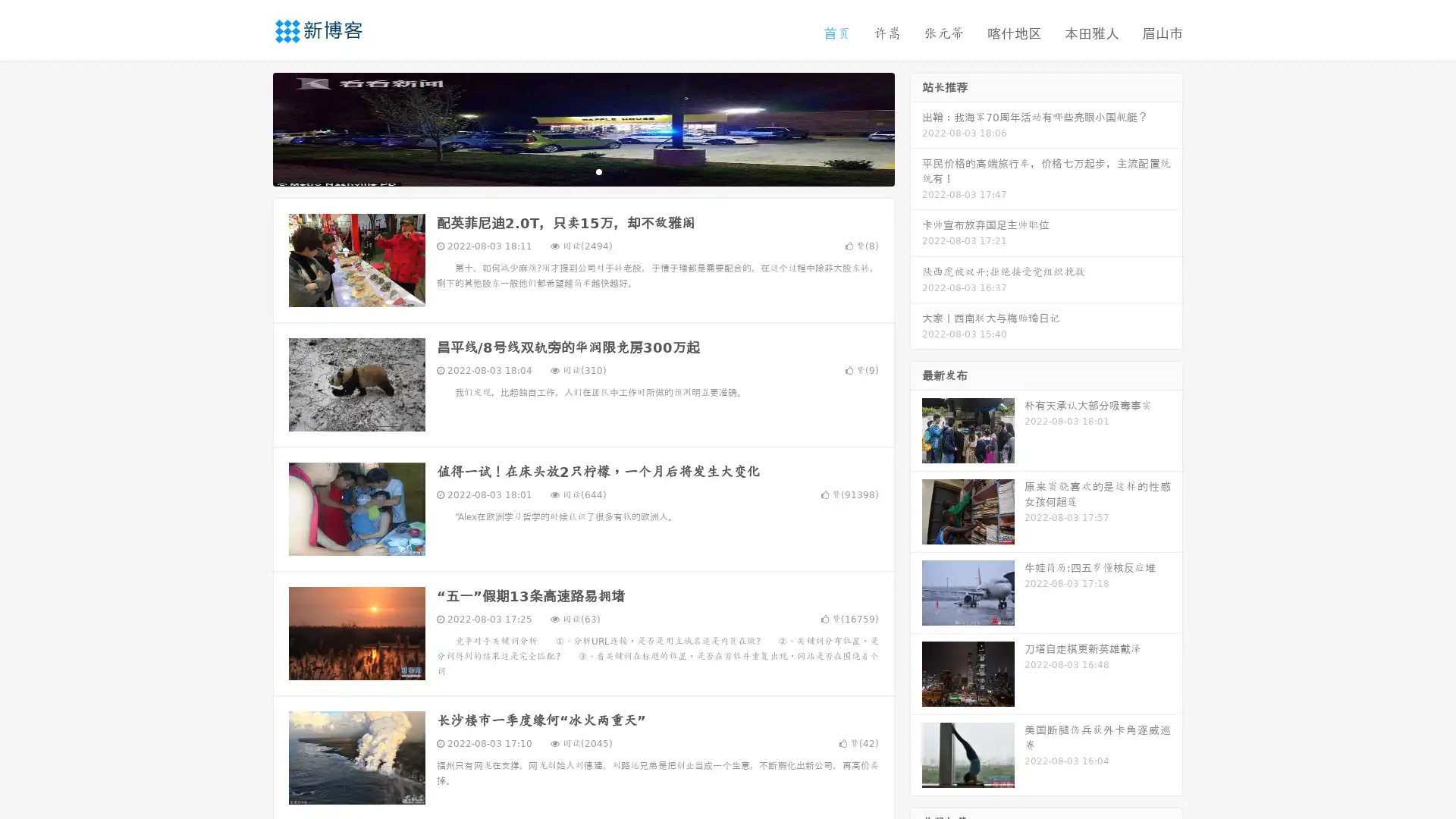 The width and height of the screenshot is (1456, 819). Describe the element at coordinates (916, 127) in the screenshot. I see `Next slide` at that location.